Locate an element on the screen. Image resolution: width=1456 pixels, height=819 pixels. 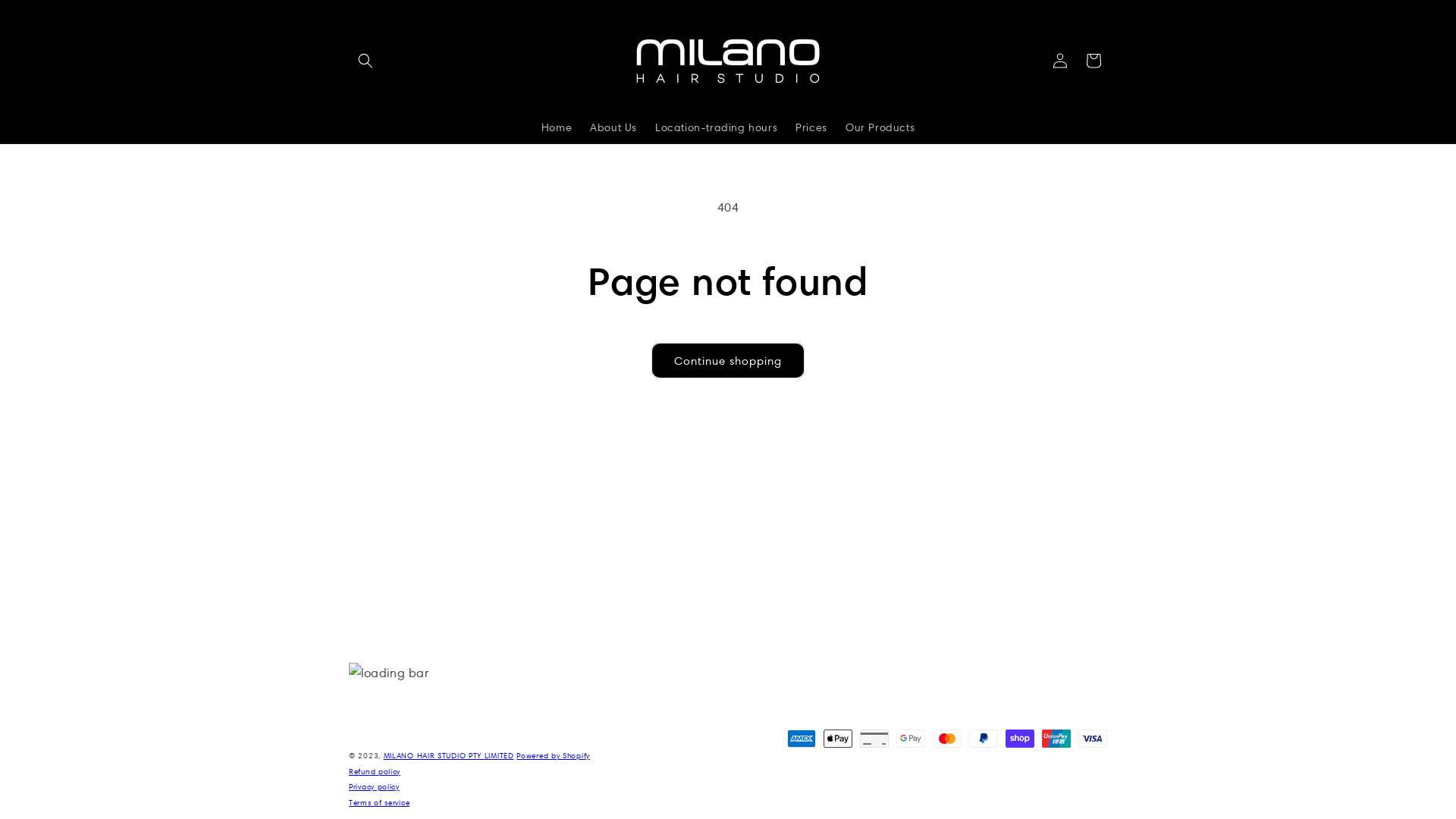
'Prices' is located at coordinates (786, 125).